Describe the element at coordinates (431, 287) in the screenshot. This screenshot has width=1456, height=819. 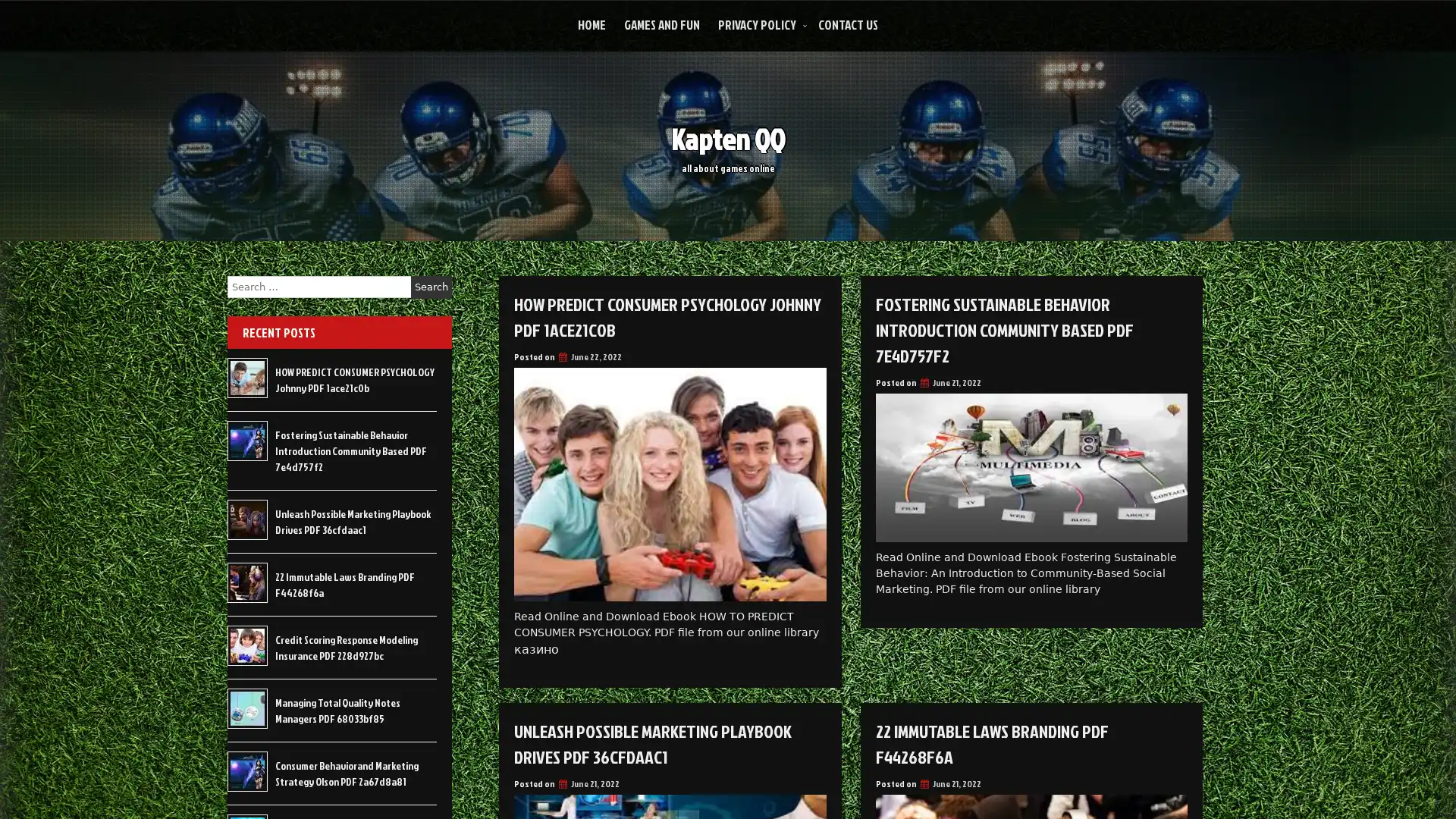
I see `Search` at that location.